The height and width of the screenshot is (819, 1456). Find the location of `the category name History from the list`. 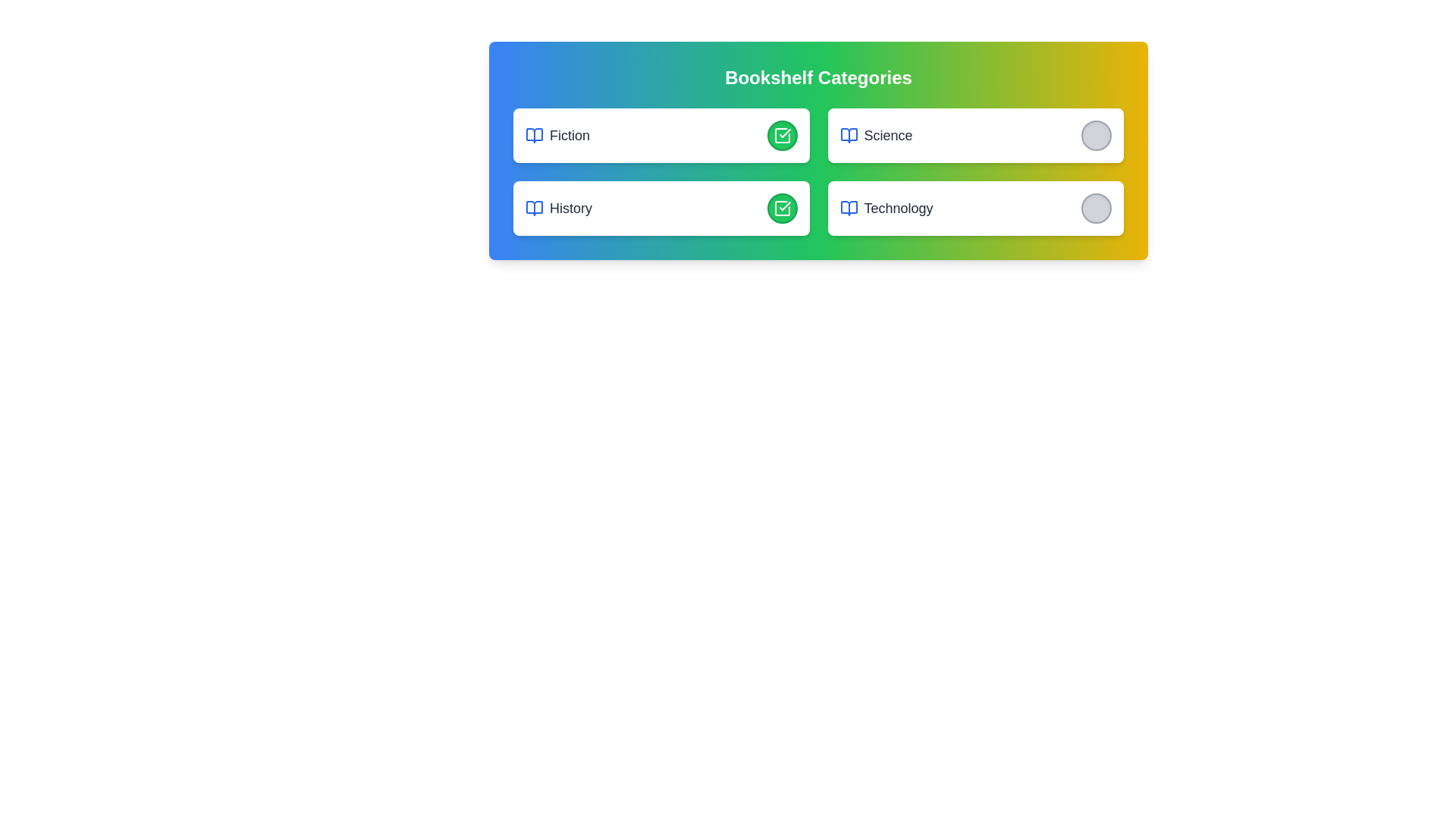

the category name History from the list is located at coordinates (556, 208).